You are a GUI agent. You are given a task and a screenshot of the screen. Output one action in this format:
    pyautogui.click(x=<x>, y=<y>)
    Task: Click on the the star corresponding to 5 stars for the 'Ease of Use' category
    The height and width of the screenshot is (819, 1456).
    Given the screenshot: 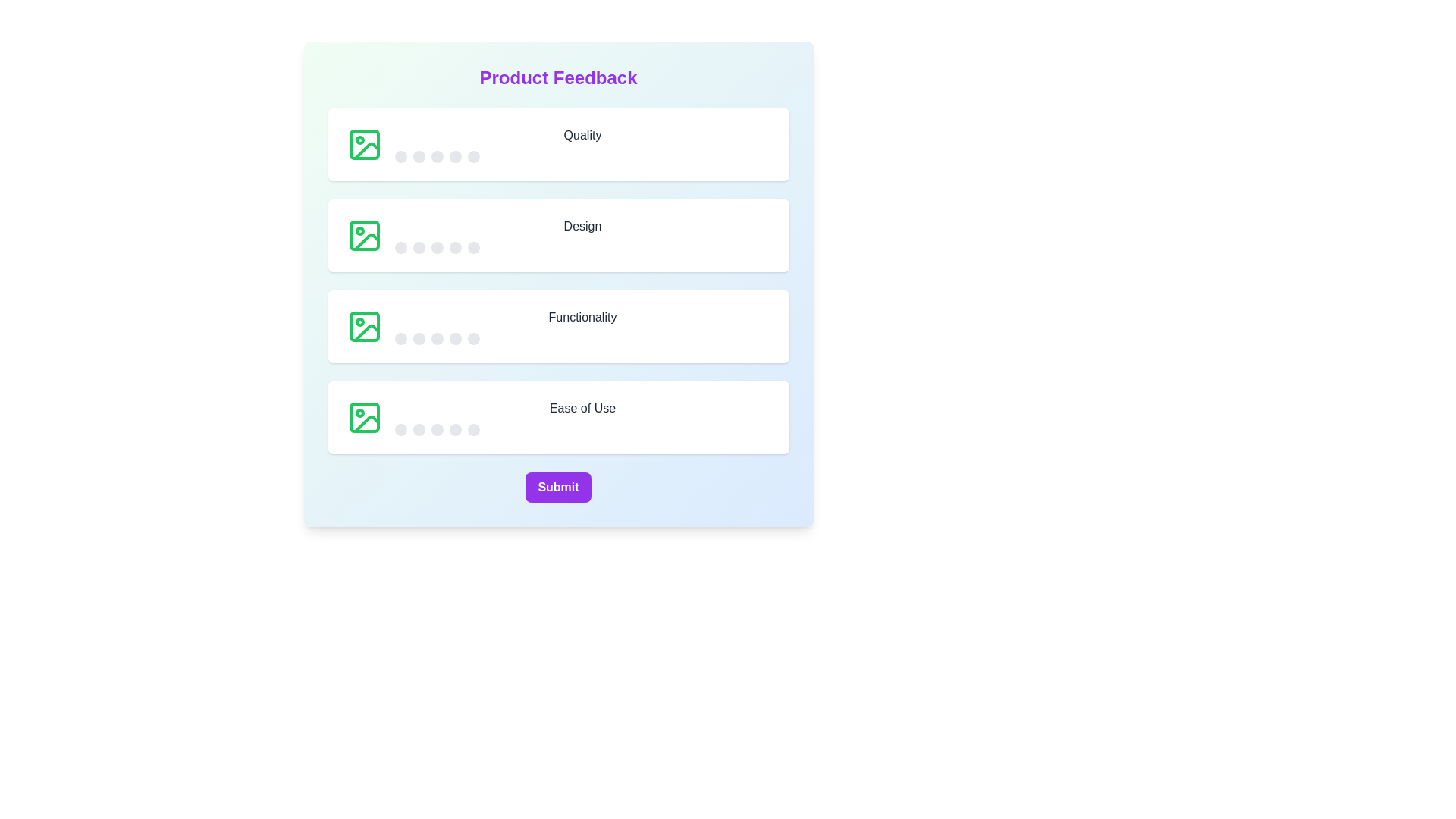 What is the action you would take?
    pyautogui.click(x=472, y=430)
    